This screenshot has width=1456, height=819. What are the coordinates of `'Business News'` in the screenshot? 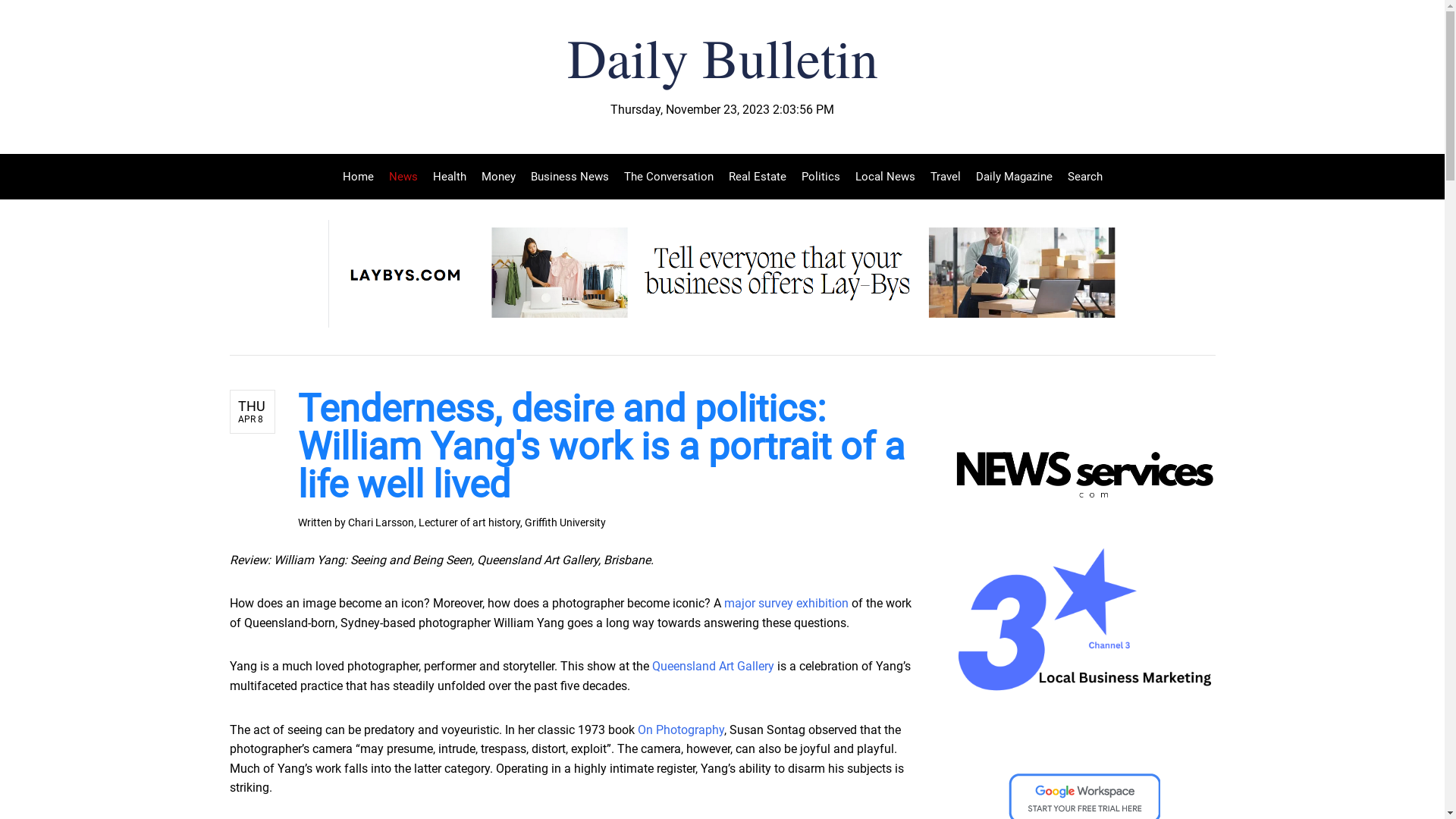 It's located at (523, 175).